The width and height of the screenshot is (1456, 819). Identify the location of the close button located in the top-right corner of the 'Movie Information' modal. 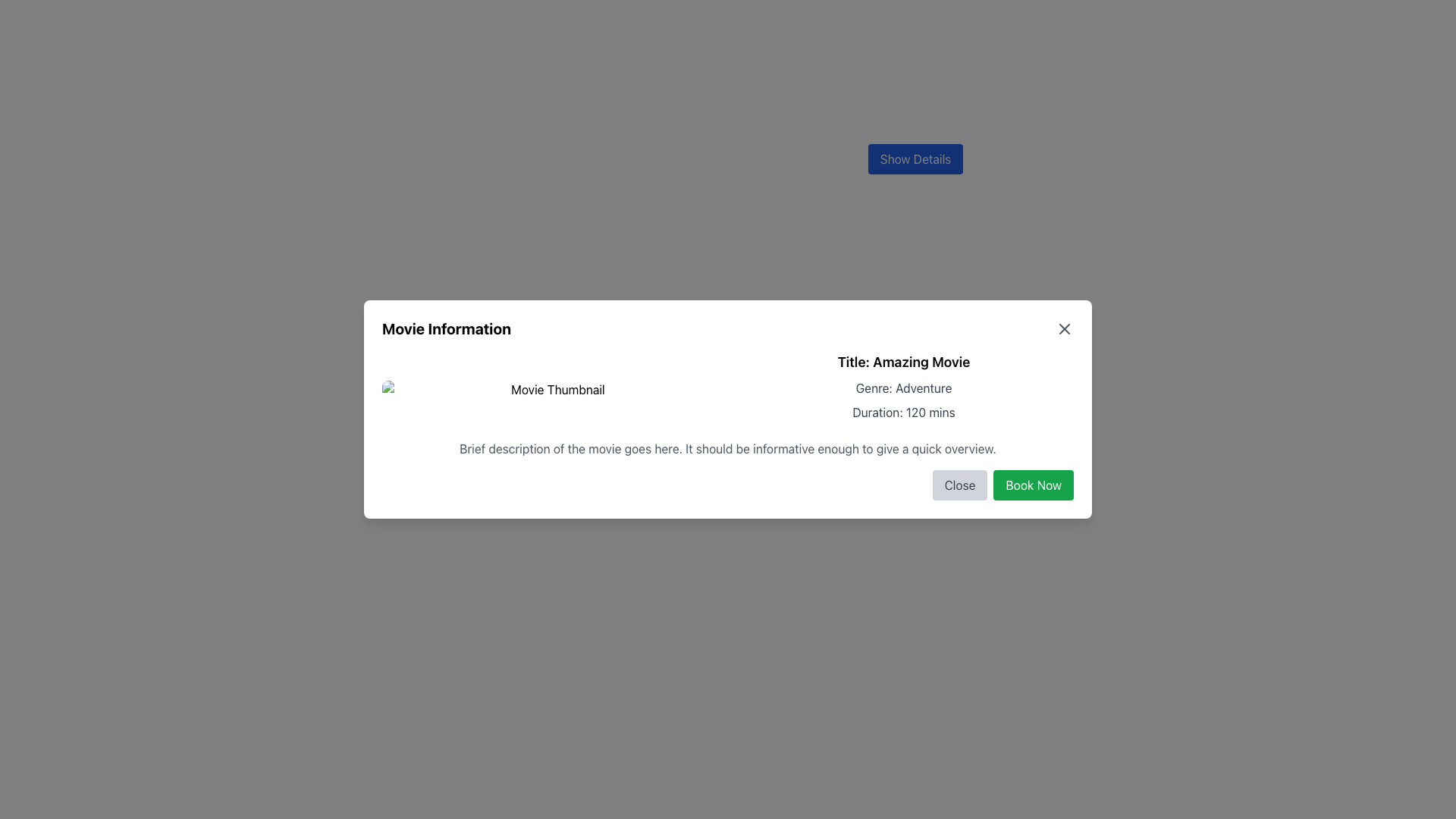
(1063, 328).